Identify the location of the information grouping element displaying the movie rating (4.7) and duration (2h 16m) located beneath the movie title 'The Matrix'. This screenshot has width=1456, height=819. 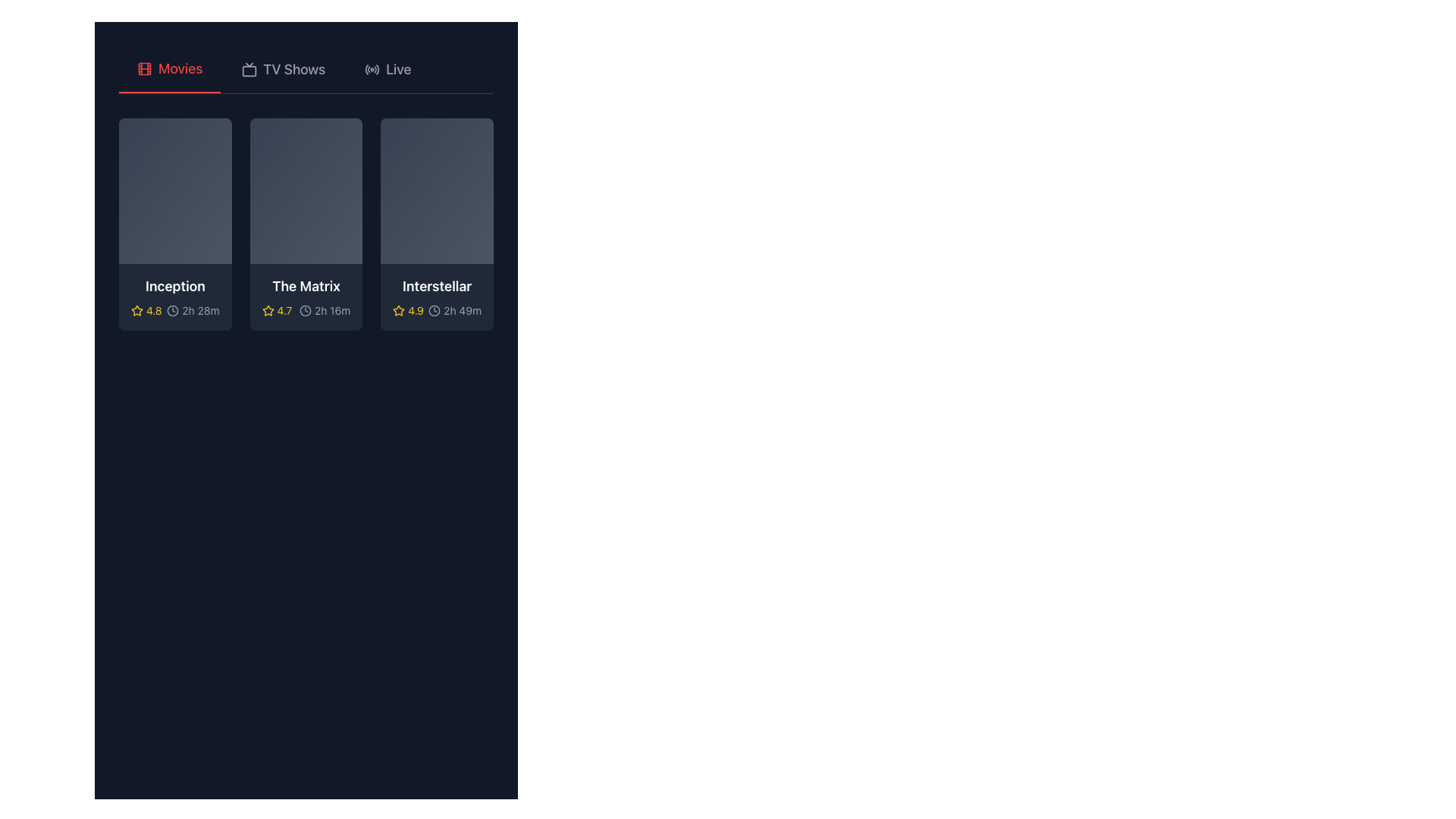
(305, 309).